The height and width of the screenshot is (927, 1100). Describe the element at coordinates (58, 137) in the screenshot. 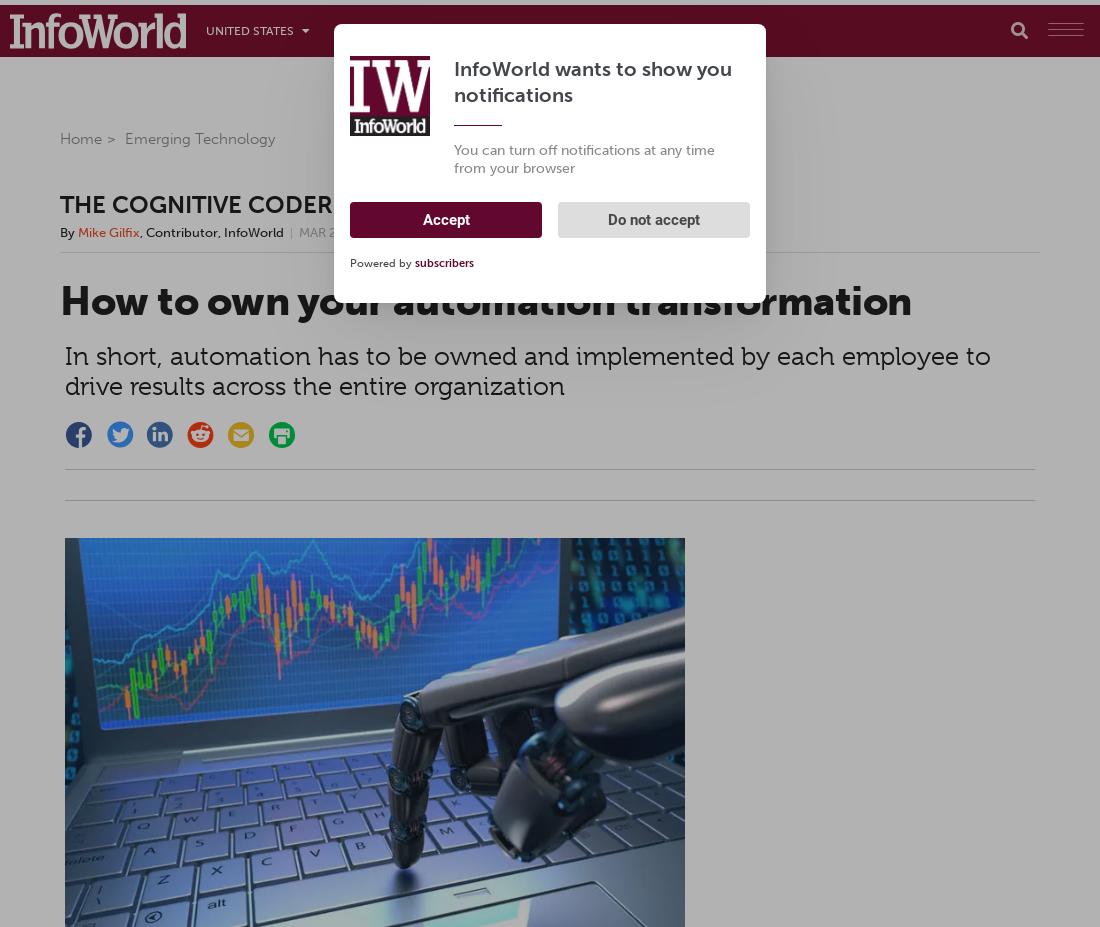

I see `'Home'` at that location.